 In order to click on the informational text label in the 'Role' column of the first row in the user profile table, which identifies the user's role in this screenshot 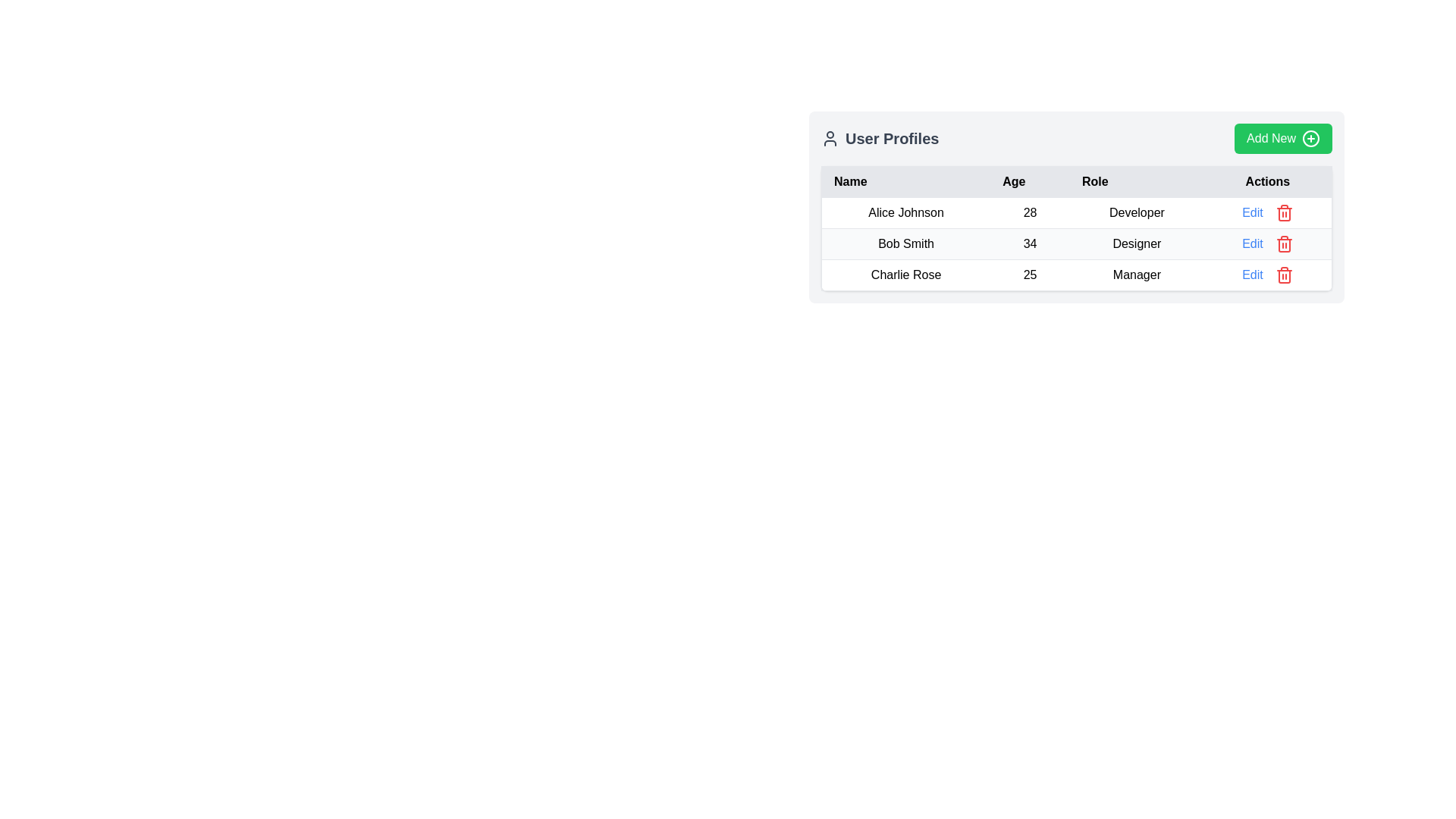, I will do `click(1137, 213)`.